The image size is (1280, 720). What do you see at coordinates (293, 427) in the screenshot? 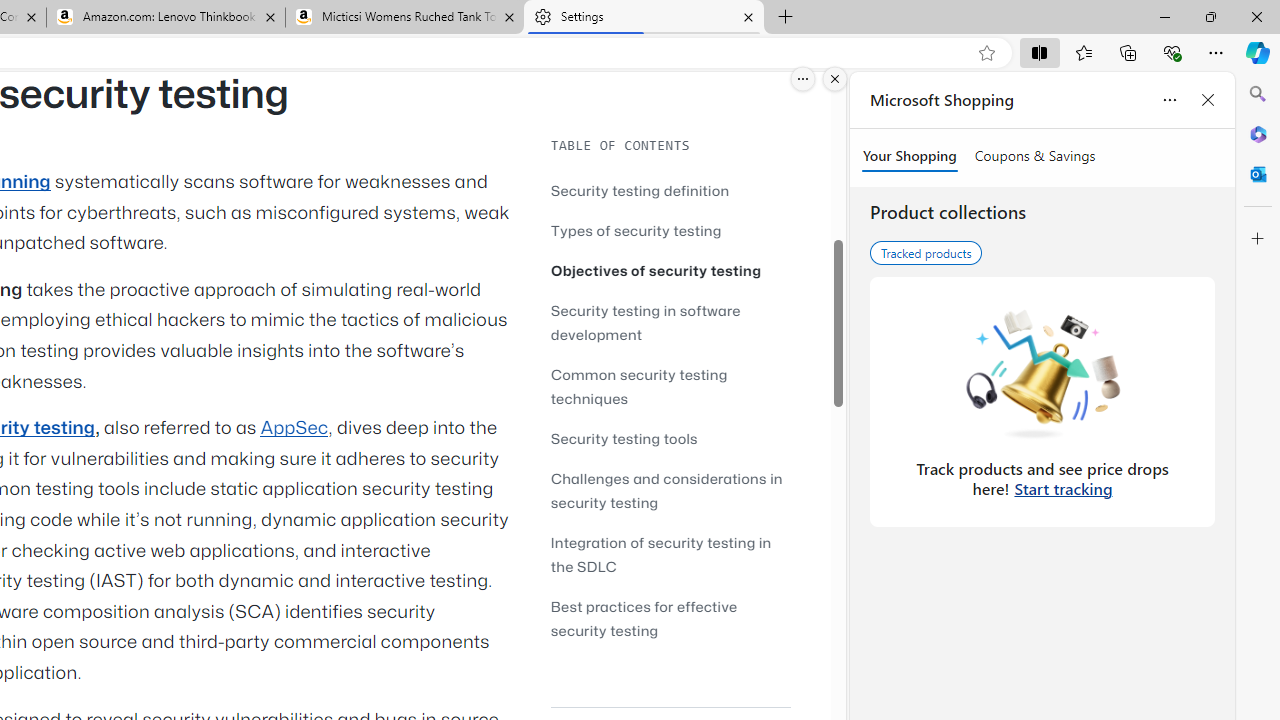
I see `'AppSec'` at bounding box center [293, 427].